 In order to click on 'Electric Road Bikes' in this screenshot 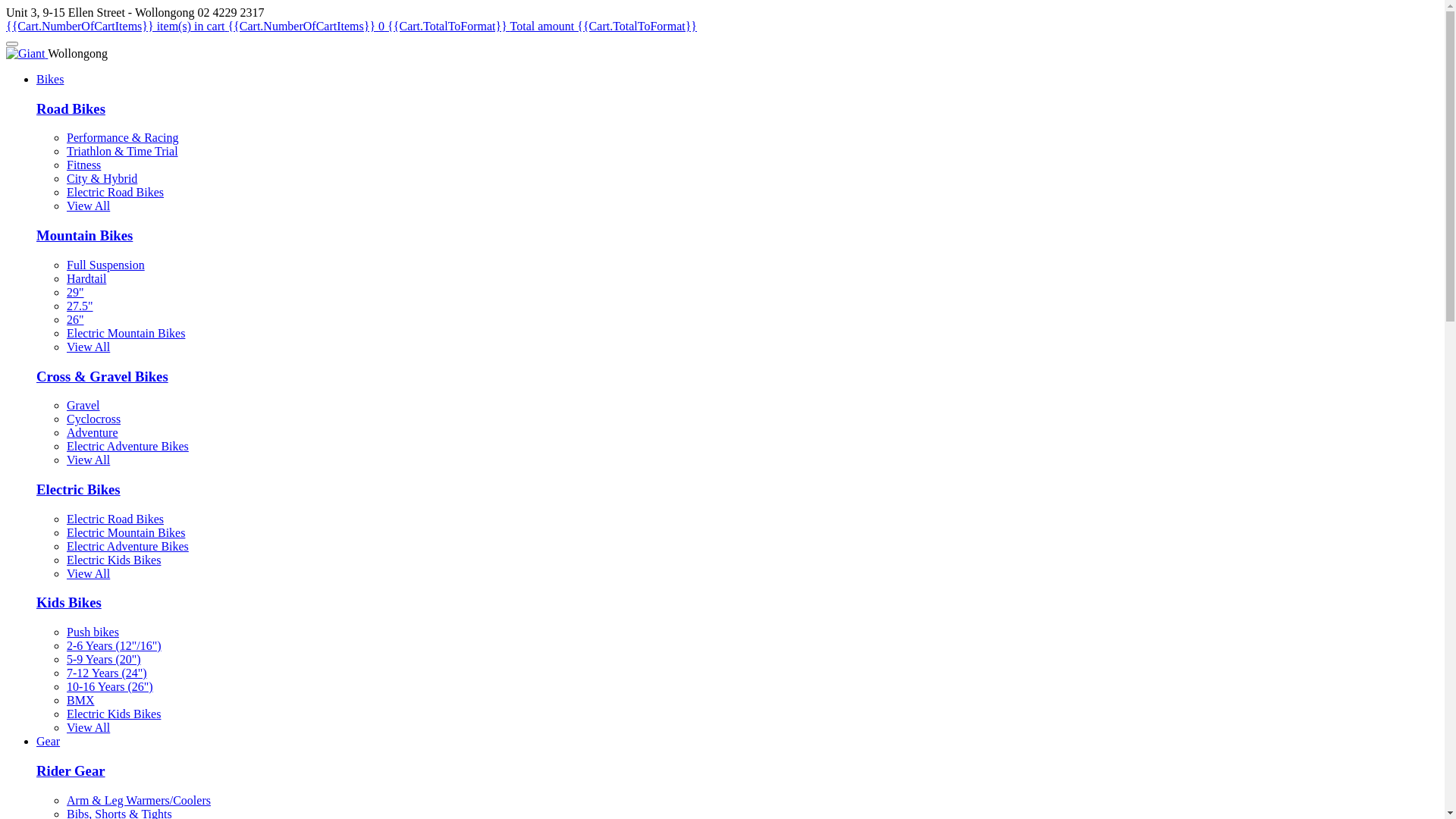, I will do `click(65, 191)`.